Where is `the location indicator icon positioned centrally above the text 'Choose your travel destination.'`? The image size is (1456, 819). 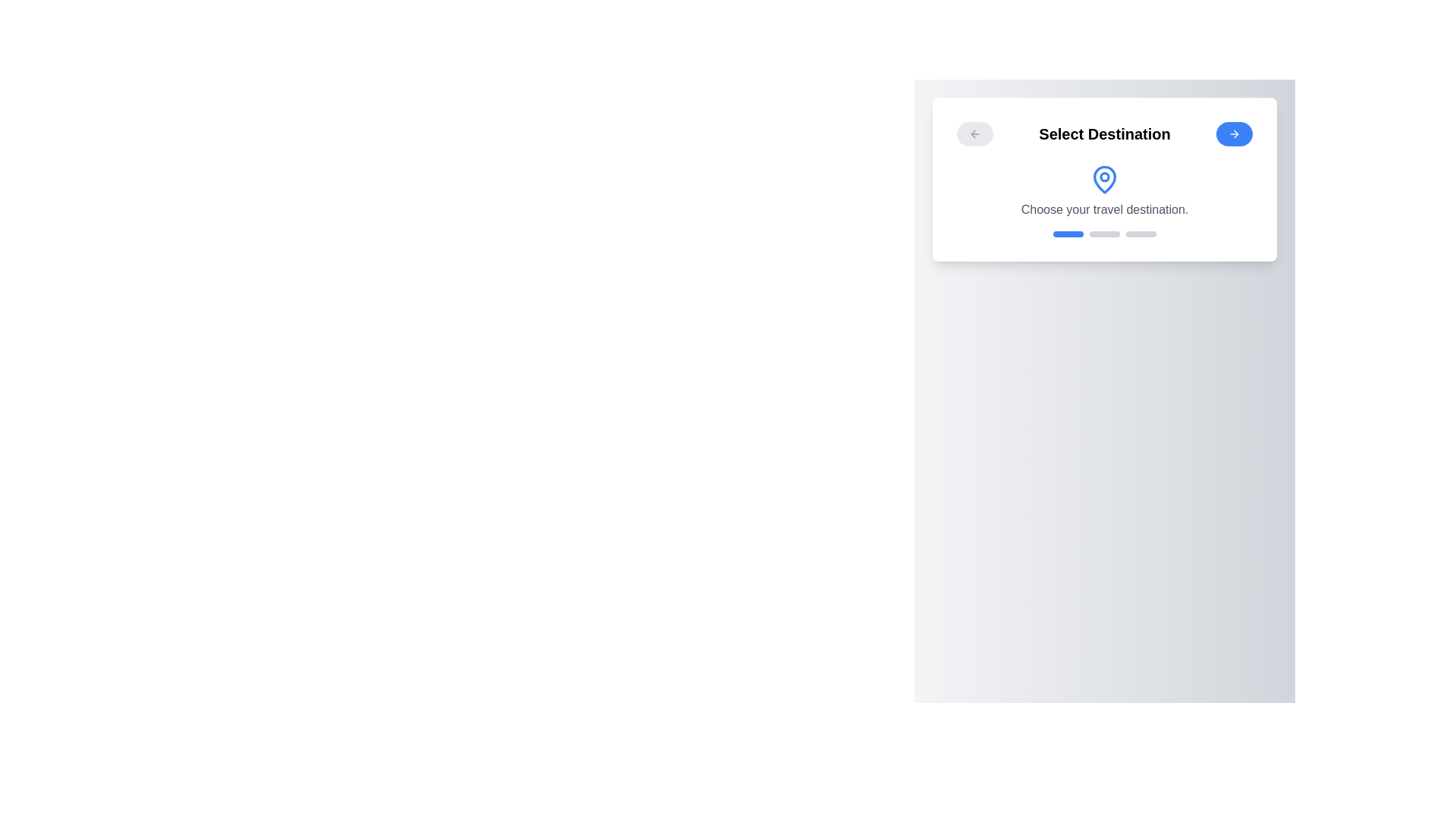 the location indicator icon positioned centrally above the text 'Choose your travel destination.' is located at coordinates (1105, 178).